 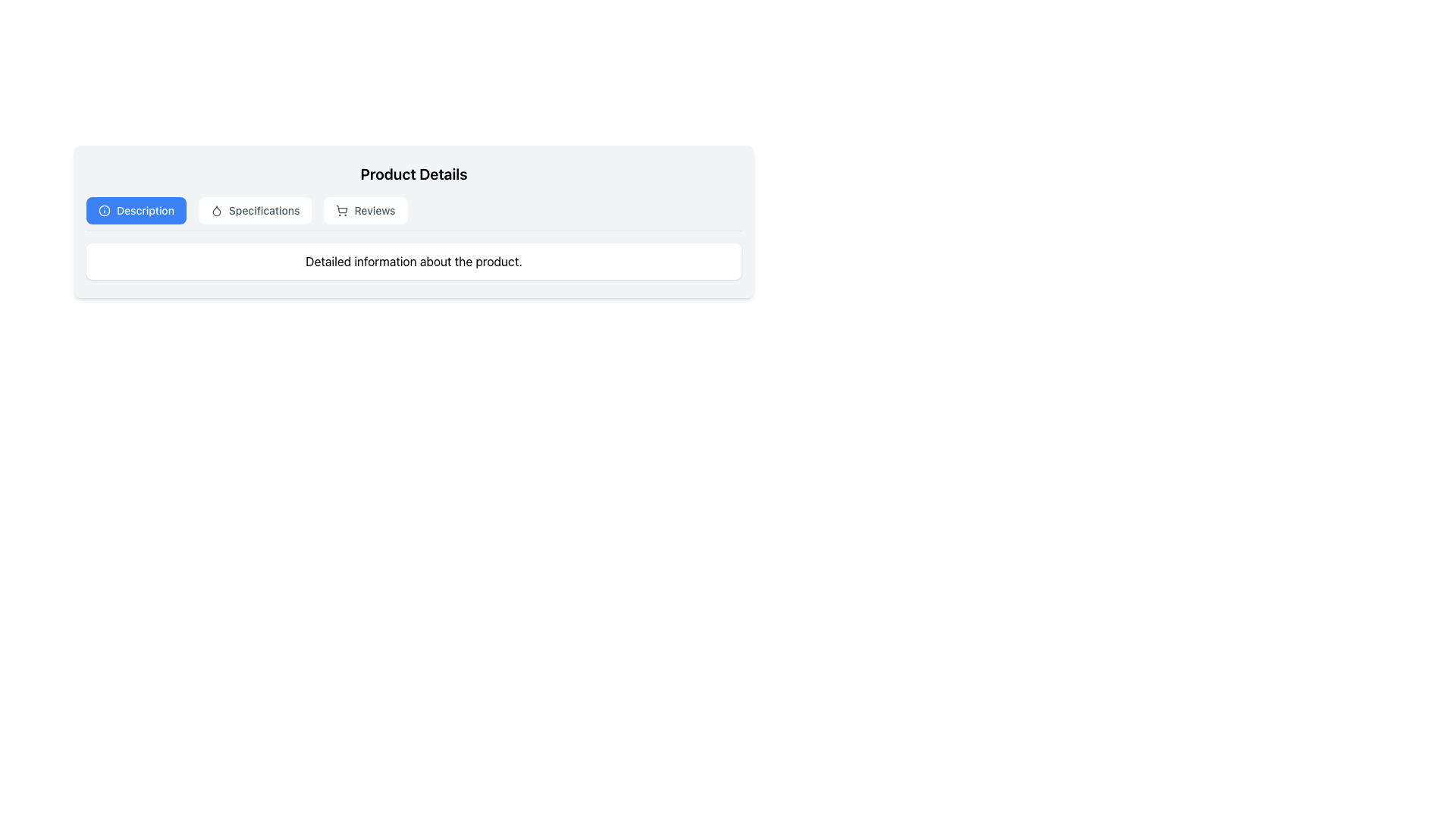 What do you see at coordinates (104, 210) in the screenshot?
I see `the informational icon located to the left of the 'Description' text in the navigation tab group to trigger a tooltip` at bounding box center [104, 210].